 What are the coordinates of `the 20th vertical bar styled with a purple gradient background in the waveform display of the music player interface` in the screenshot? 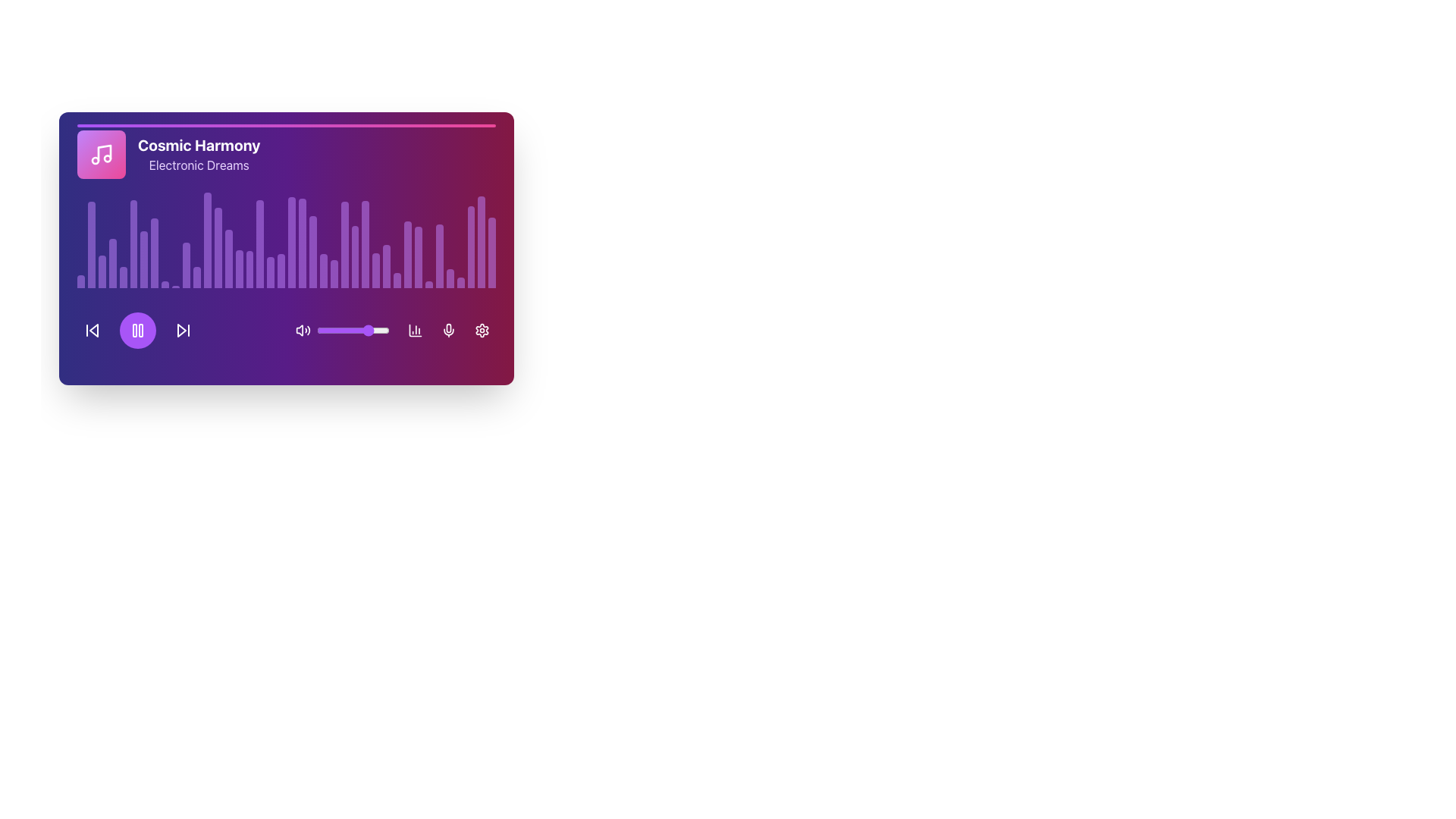 It's located at (281, 270).